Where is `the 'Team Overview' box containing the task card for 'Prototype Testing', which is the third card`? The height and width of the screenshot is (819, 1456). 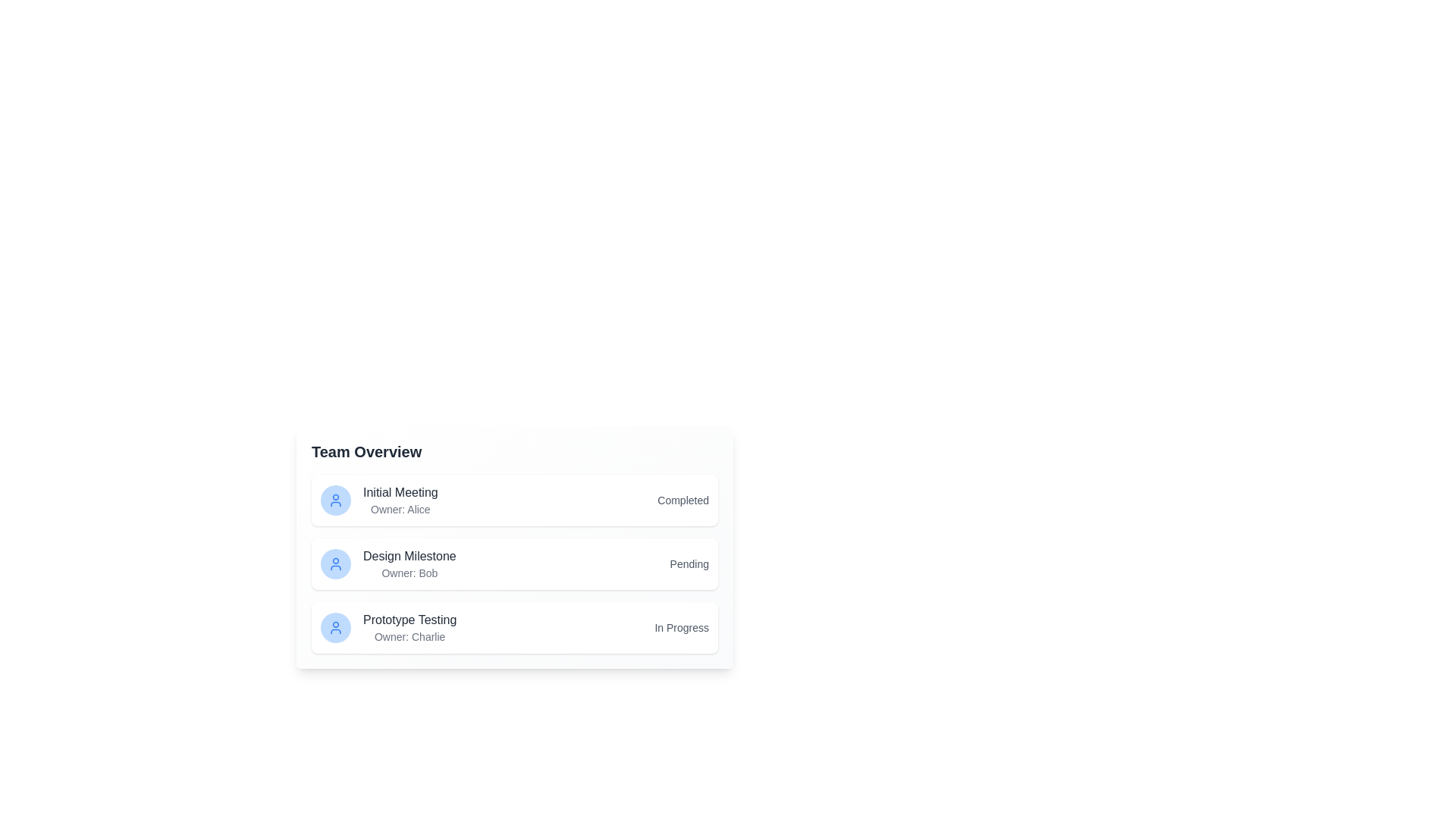 the 'Team Overview' box containing the task card for 'Prototype Testing', which is the third card is located at coordinates (514, 628).